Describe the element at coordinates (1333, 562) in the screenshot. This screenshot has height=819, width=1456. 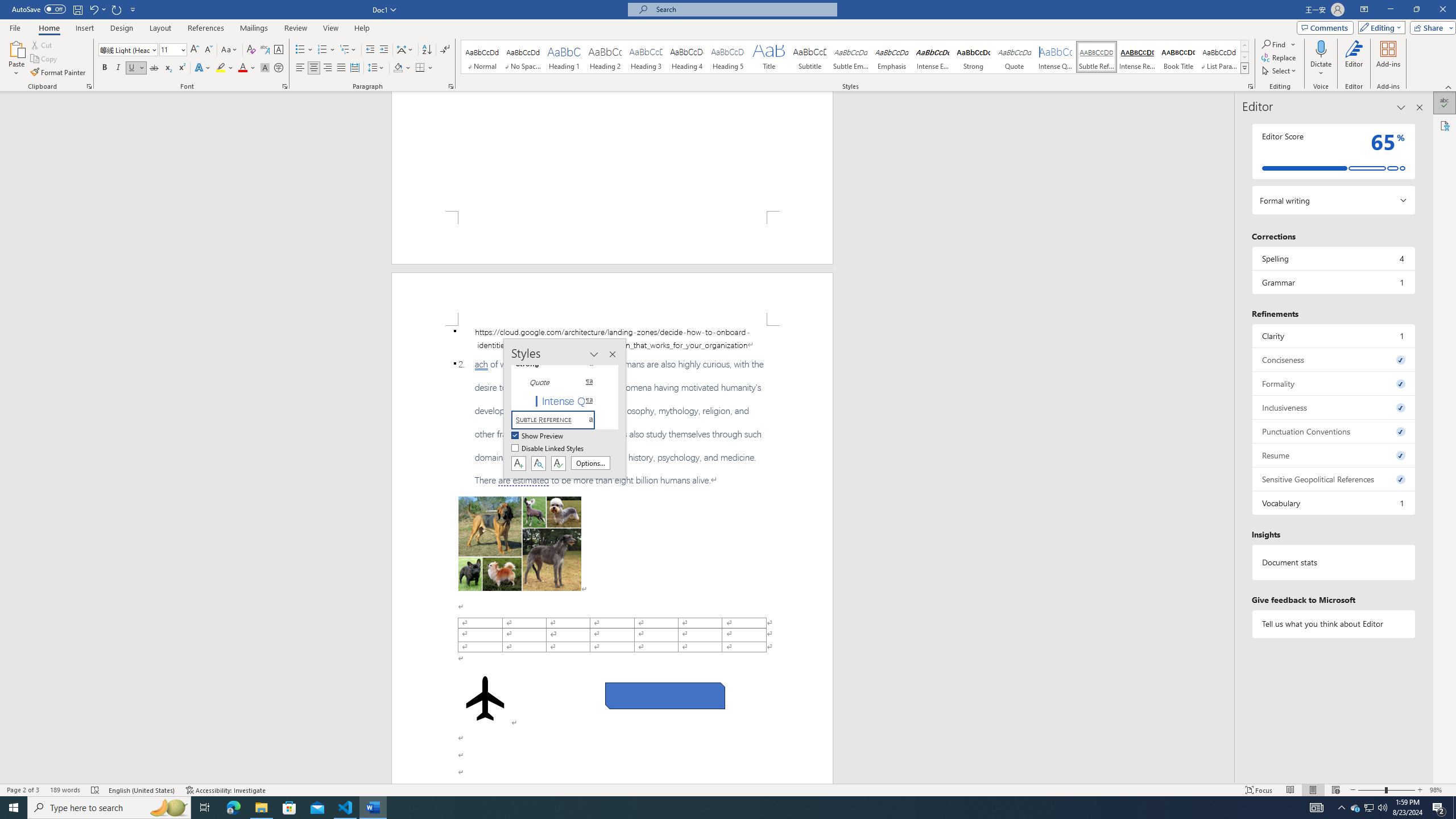
I see `'Document statistics'` at that location.